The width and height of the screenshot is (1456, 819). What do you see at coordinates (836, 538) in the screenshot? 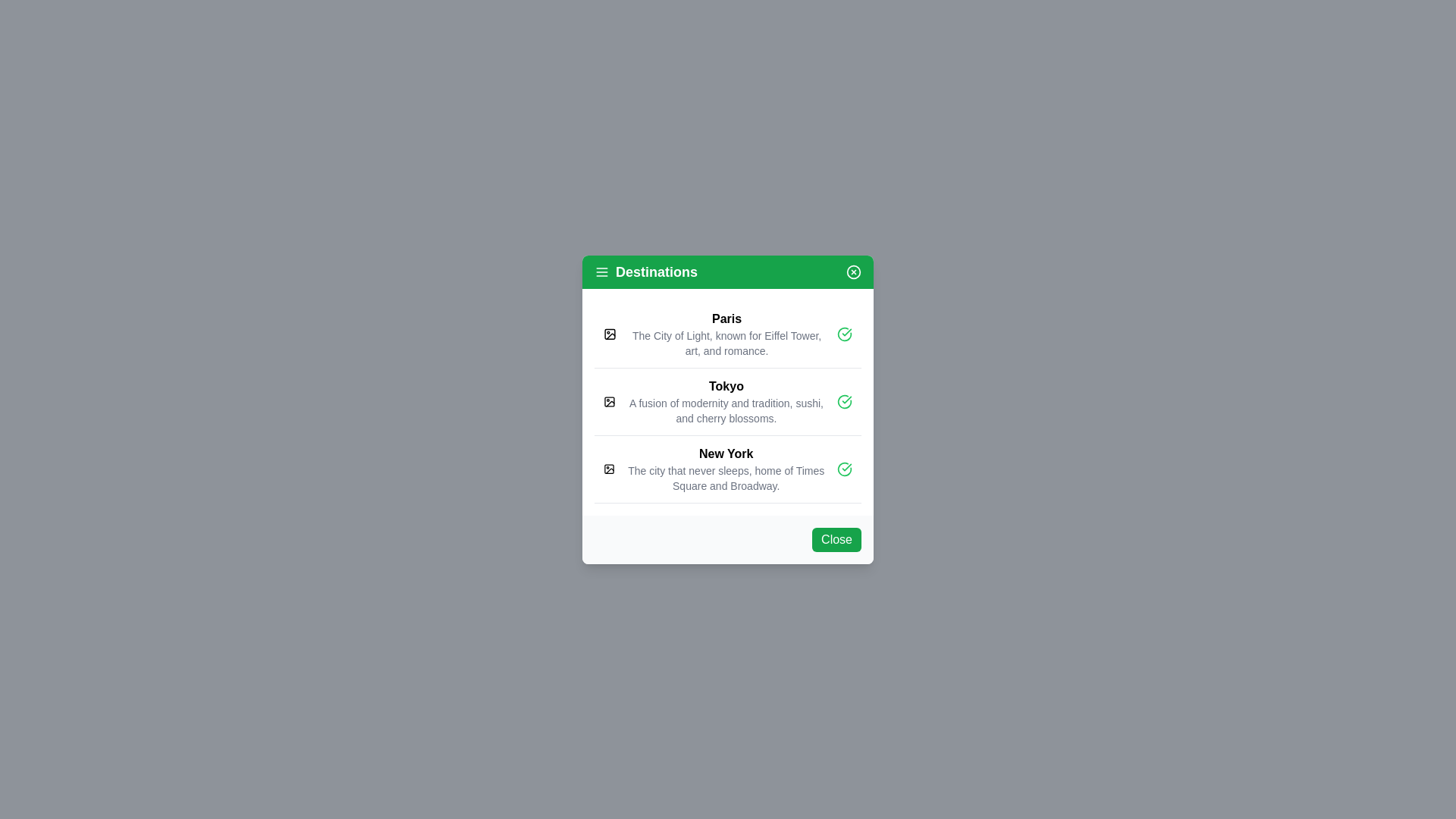
I see `the 'Close' button with a green background located at the bottom right corner of the modal dialog` at bounding box center [836, 538].